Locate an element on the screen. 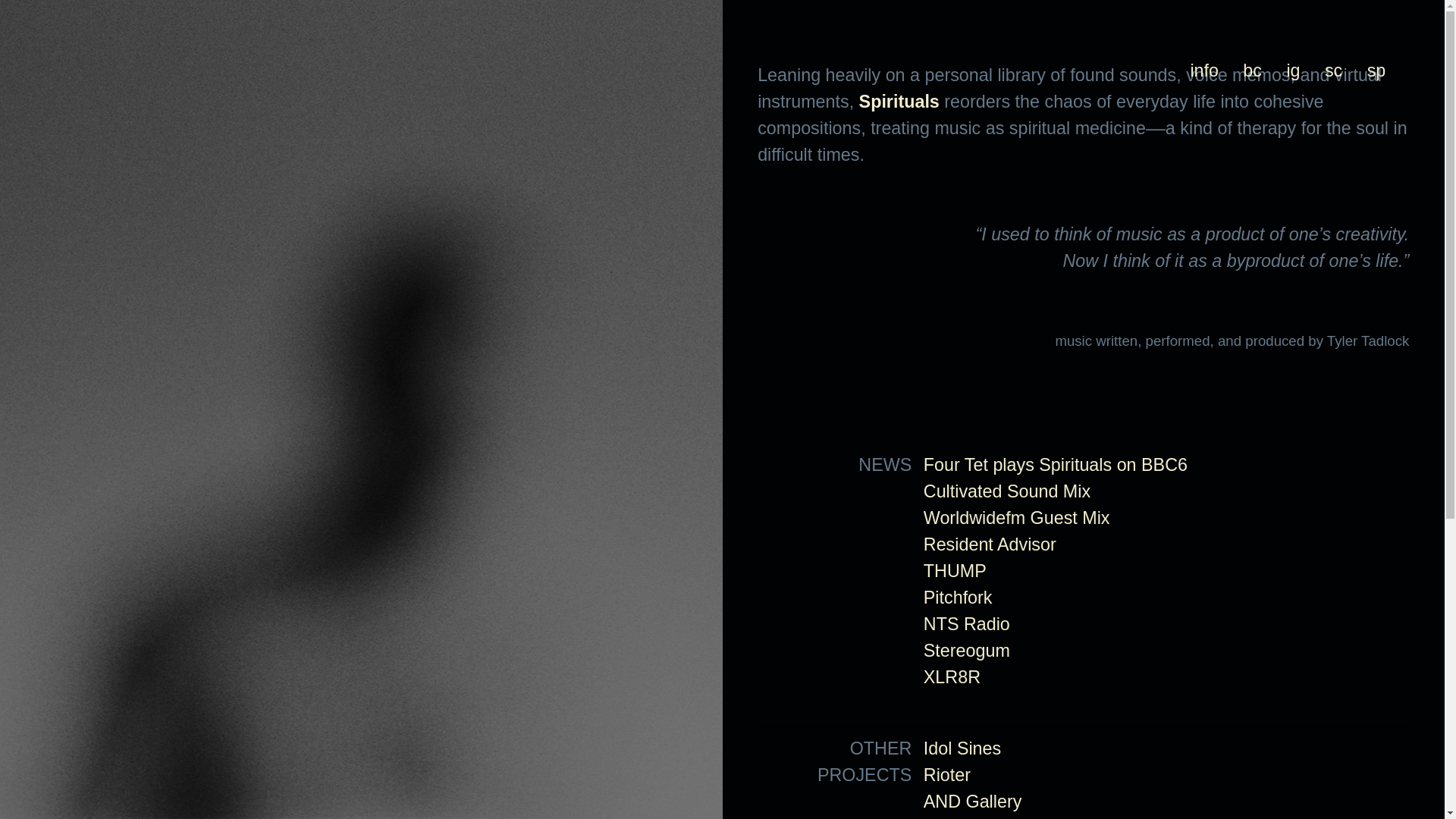 The height and width of the screenshot is (819, 1456). 'bc' is located at coordinates (1242, 71).